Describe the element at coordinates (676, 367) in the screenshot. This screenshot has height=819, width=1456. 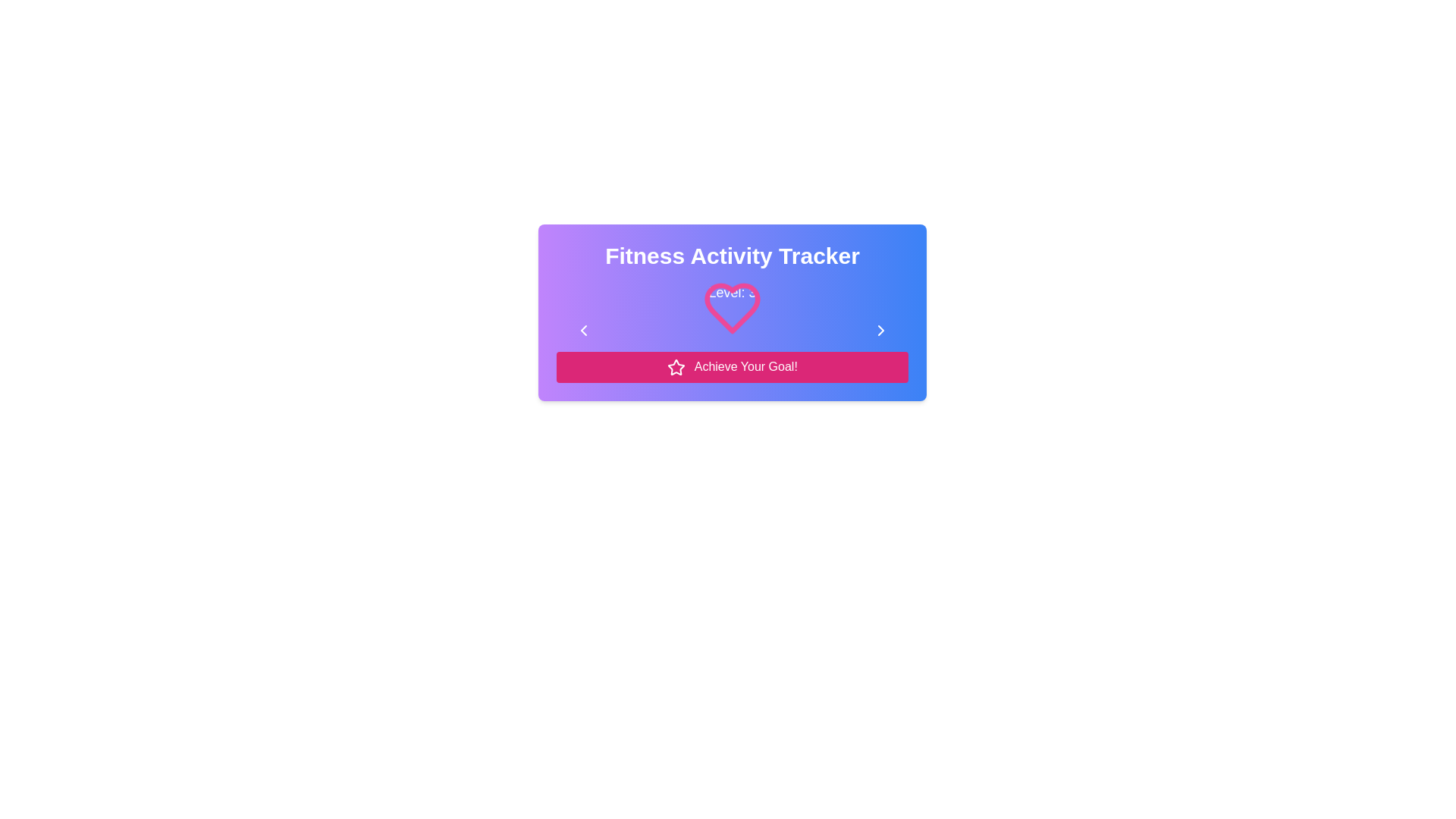
I see `the star-shaped icon with a pink border located to the left of the text button labeled 'Achieve Your Goal!'` at that location.